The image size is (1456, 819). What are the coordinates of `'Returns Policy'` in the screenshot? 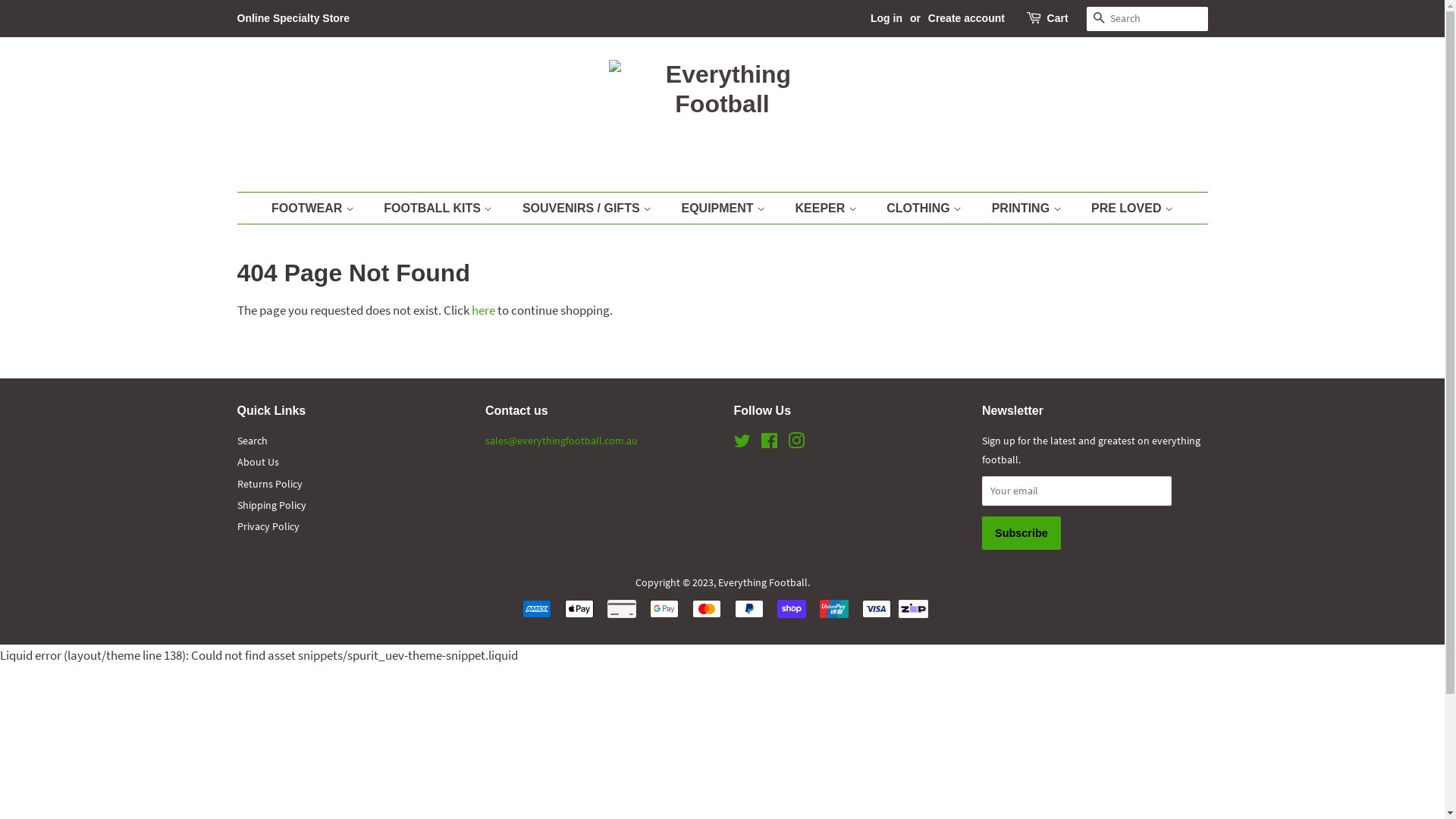 It's located at (269, 483).